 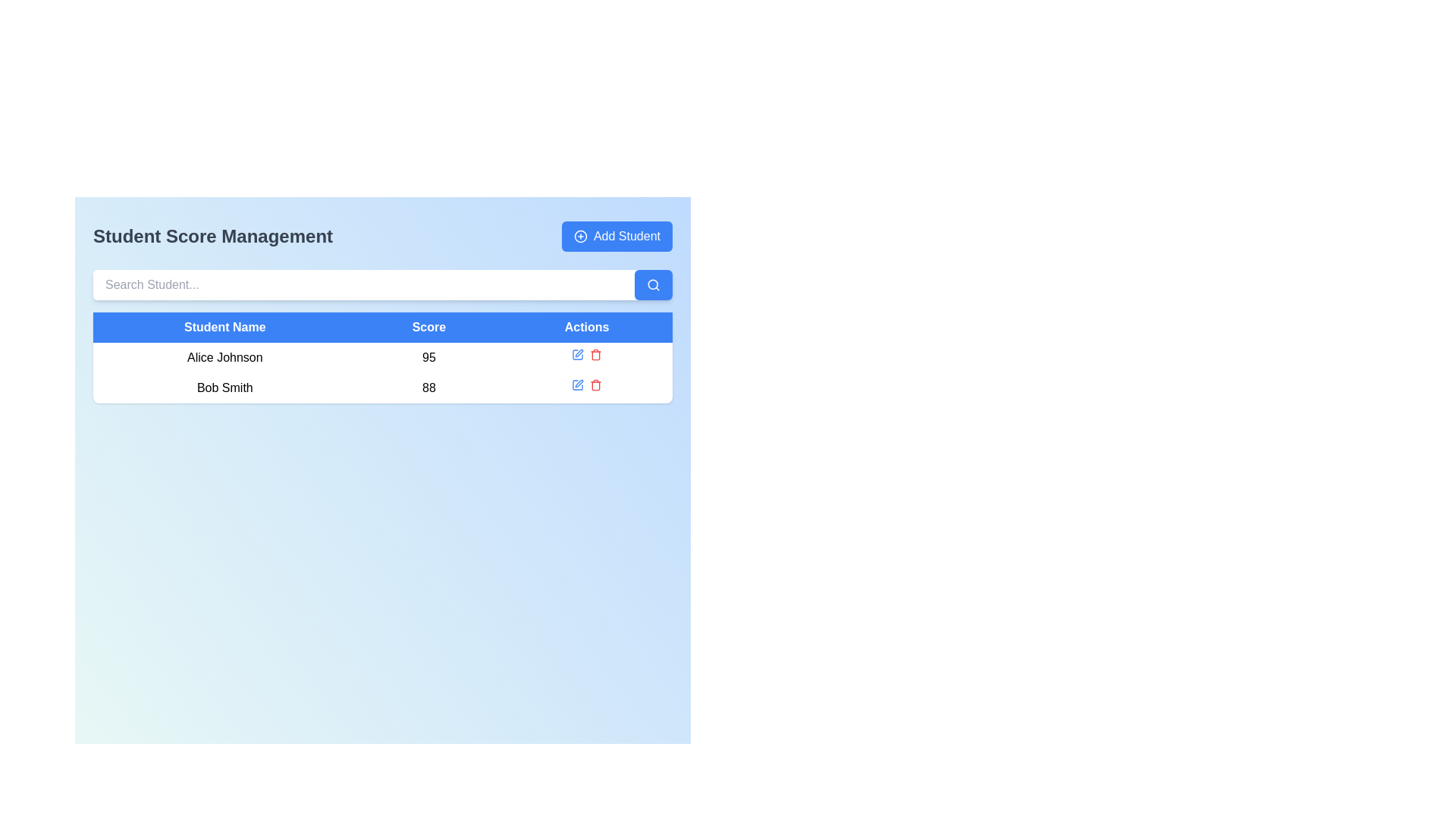 What do you see at coordinates (654, 284) in the screenshot?
I see `the blue rectangular button with a search icon at the right end of the 'Search Student...' text input field` at bounding box center [654, 284].